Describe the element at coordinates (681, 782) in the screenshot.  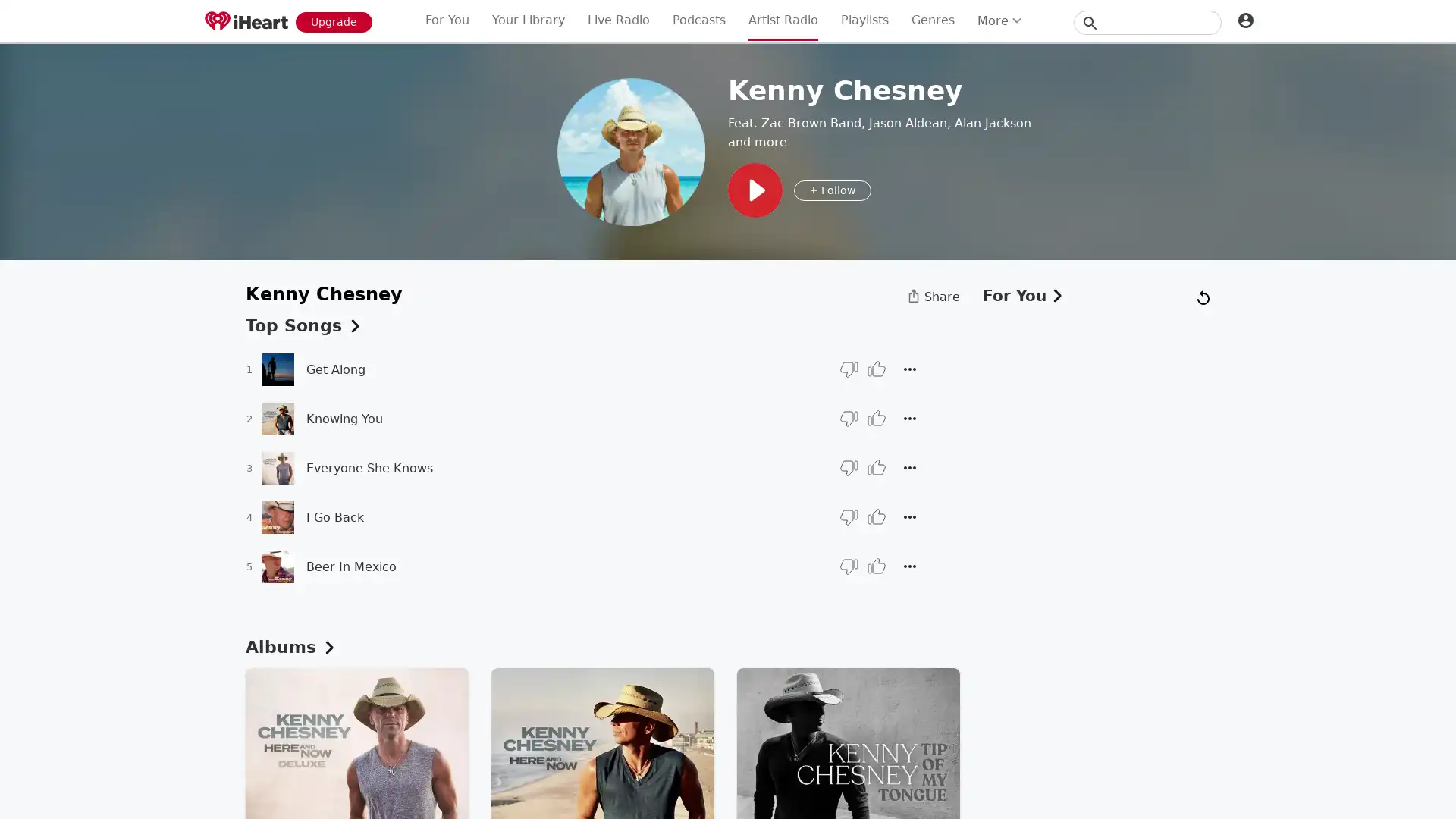
I see `Replay Button` at that location.